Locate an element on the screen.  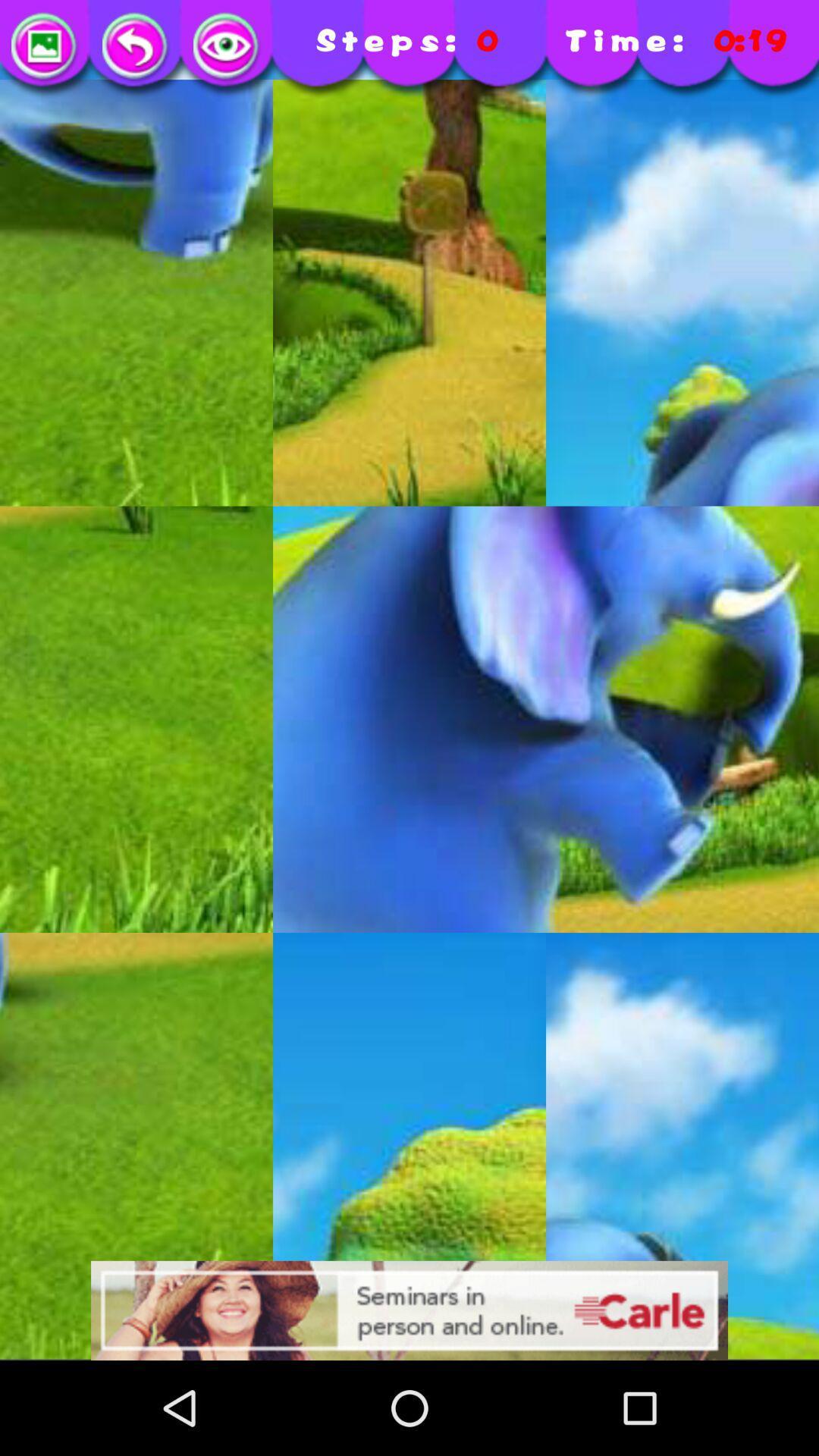
click the image is located at coordinates (227, 47).